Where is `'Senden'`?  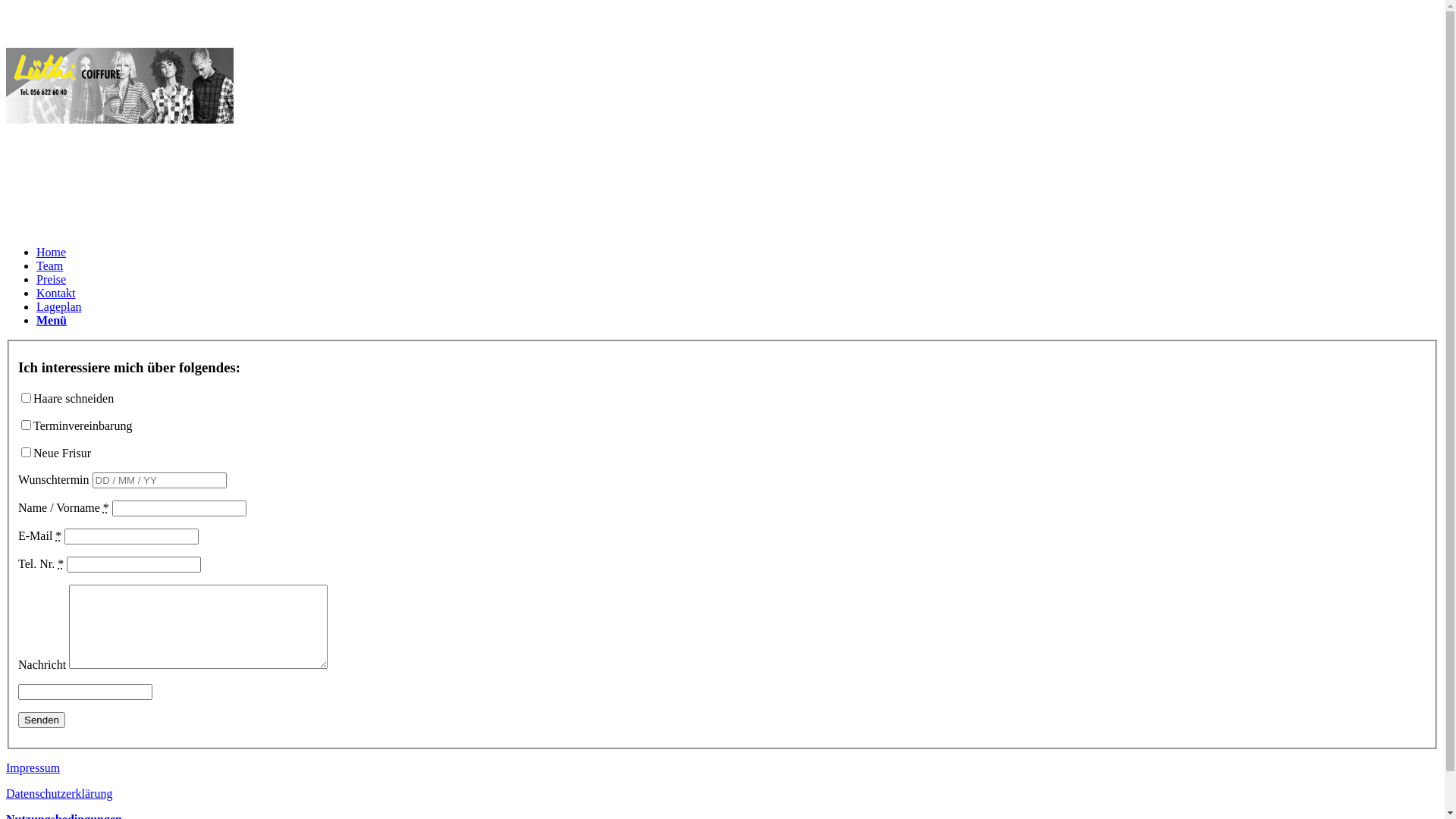 'Senden' is located at coordinates (41, 719).